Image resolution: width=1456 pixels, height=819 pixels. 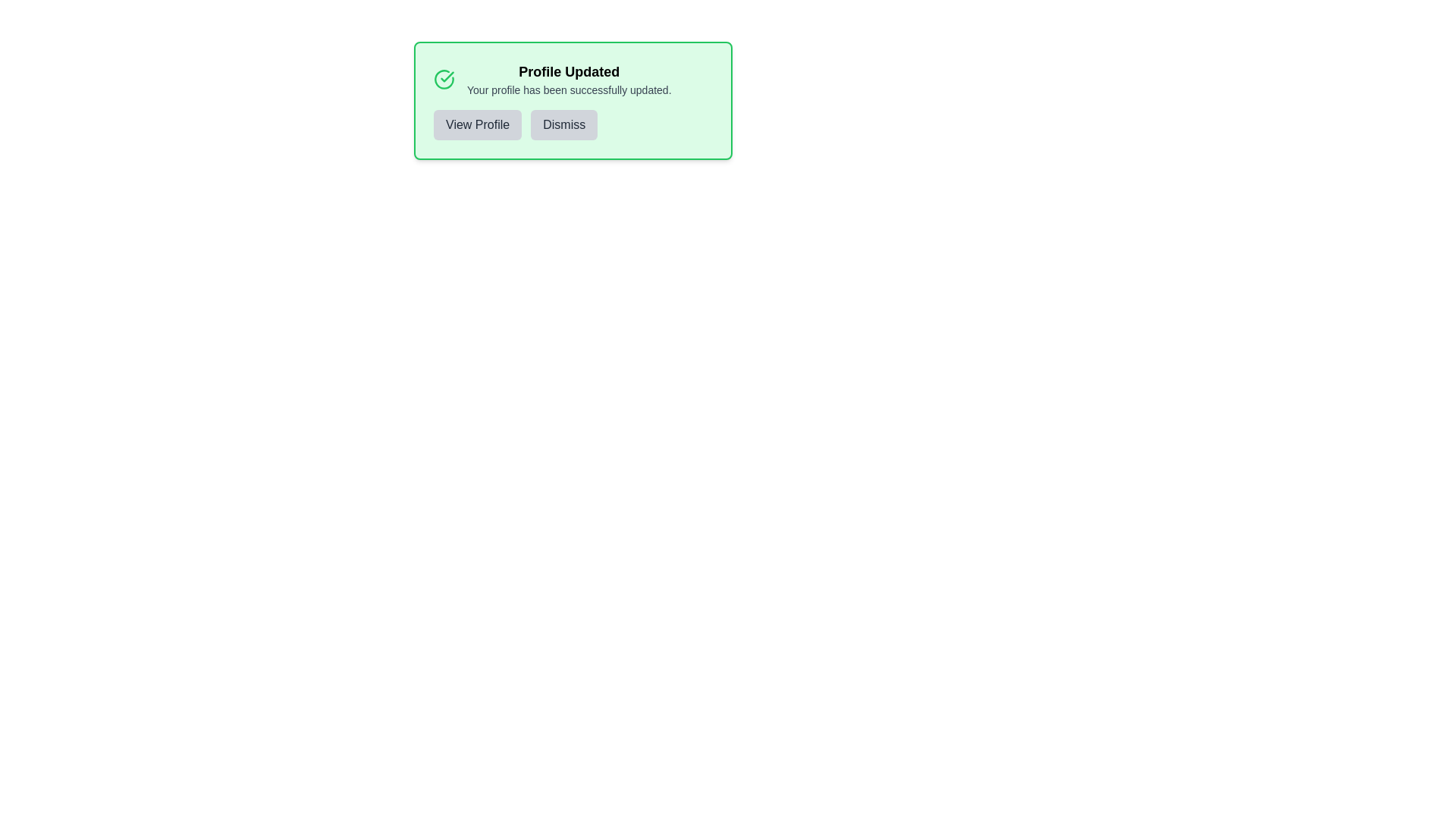 I want to click on the 'Dismiss' button located to the right of the 'View Profile' button within the green notification box by, so click(x=563, y=124).